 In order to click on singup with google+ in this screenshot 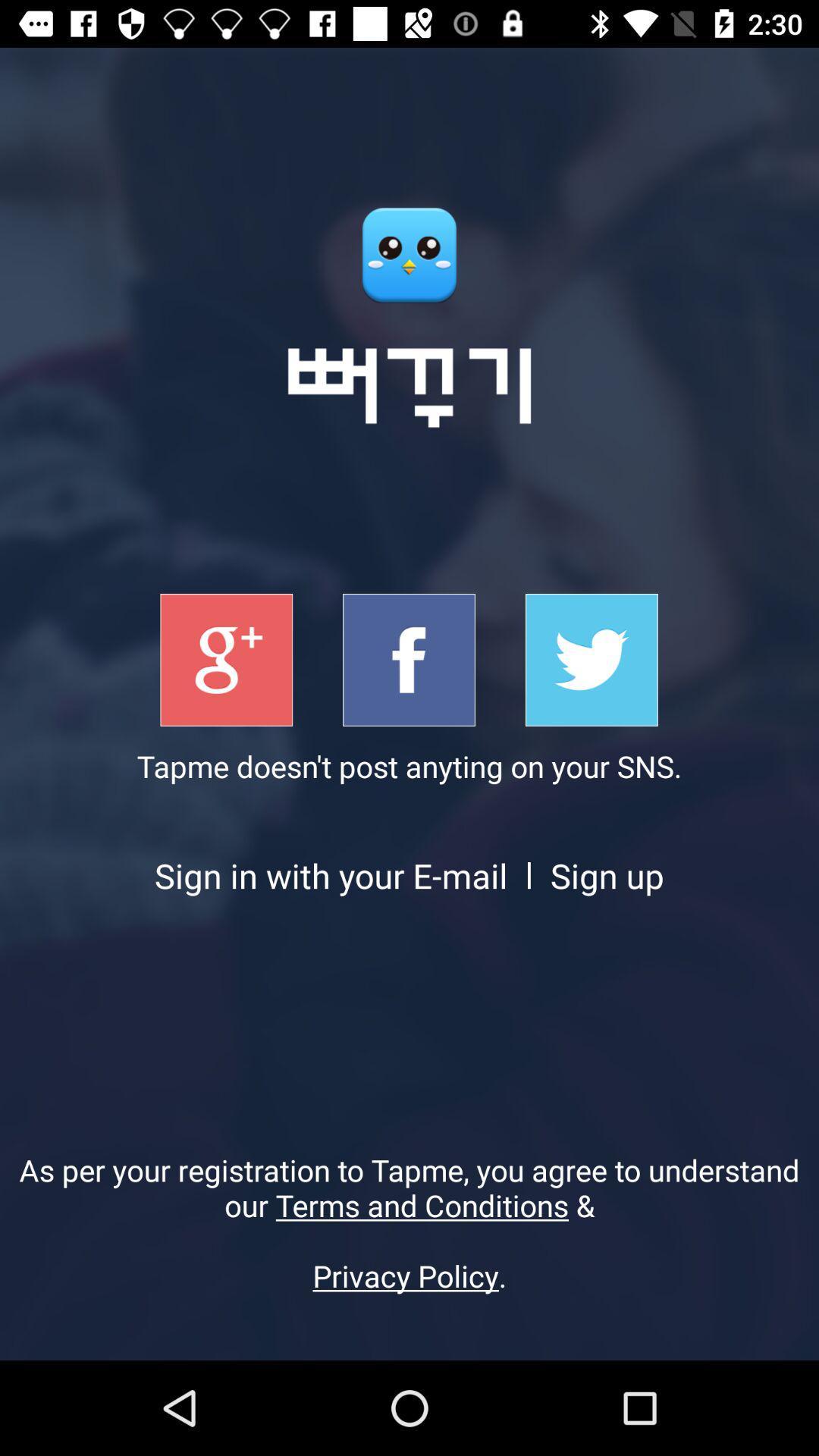, I will do `click(226, 660)`.